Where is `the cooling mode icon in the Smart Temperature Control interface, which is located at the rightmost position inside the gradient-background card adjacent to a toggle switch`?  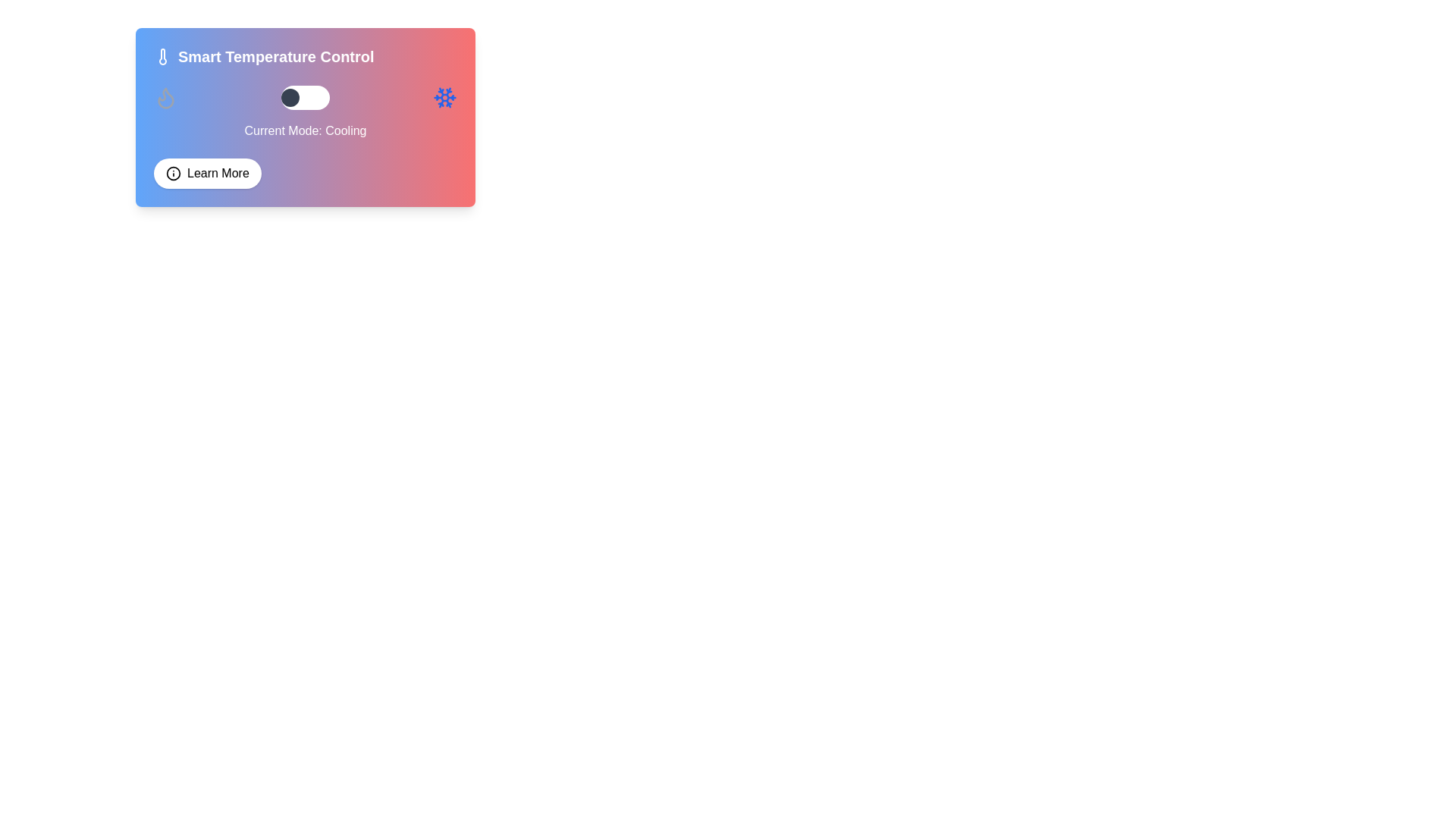
the cooling mode icon in the Smart Temperature Control interface, which is located at the rightmost position inside the gradient-background card adjacent to a toggle switch is located at coordinates (444, 97).